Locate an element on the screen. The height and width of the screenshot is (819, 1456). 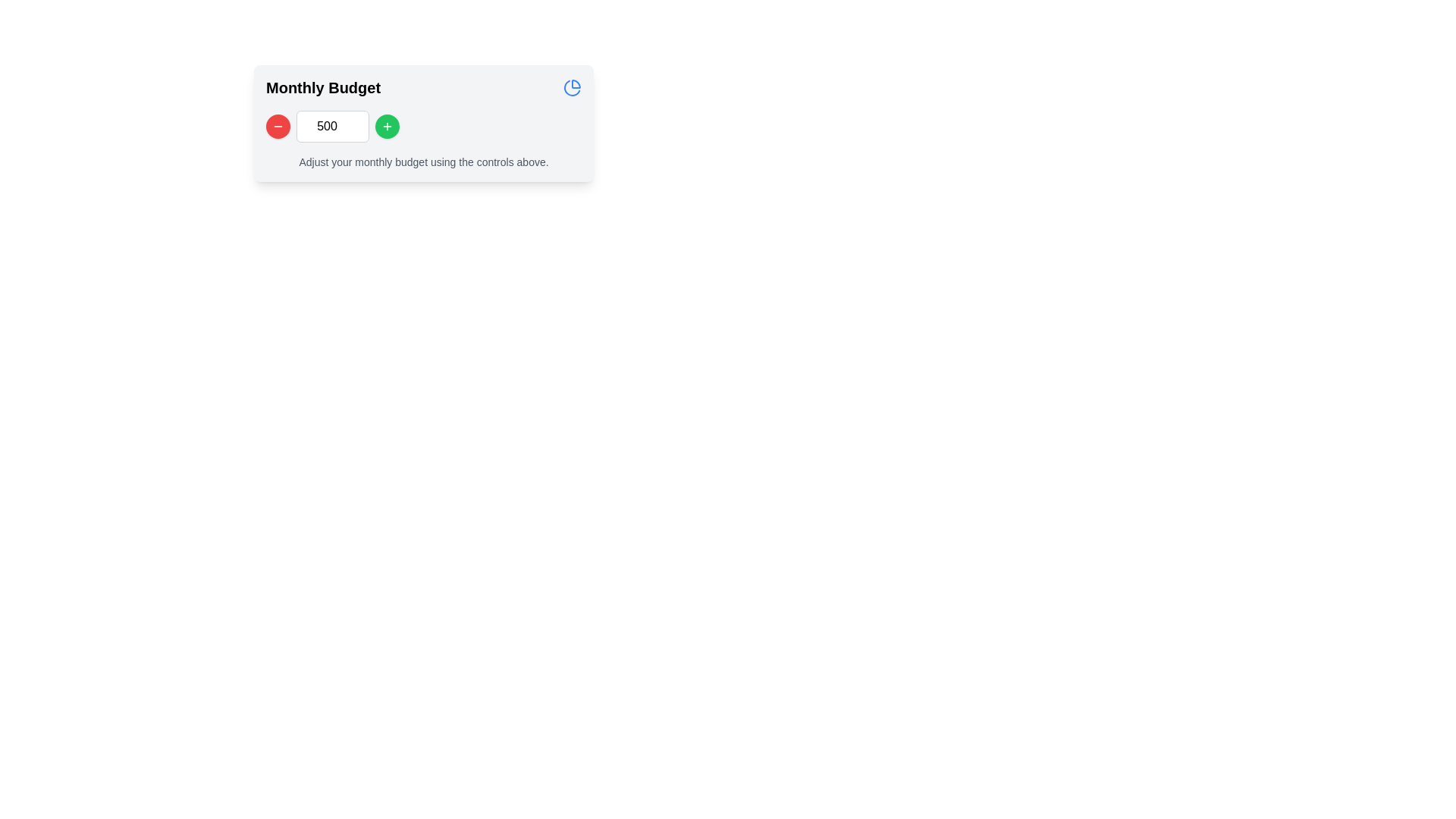
the button located to the far left of the number input field is located at coordinates (278, 125).